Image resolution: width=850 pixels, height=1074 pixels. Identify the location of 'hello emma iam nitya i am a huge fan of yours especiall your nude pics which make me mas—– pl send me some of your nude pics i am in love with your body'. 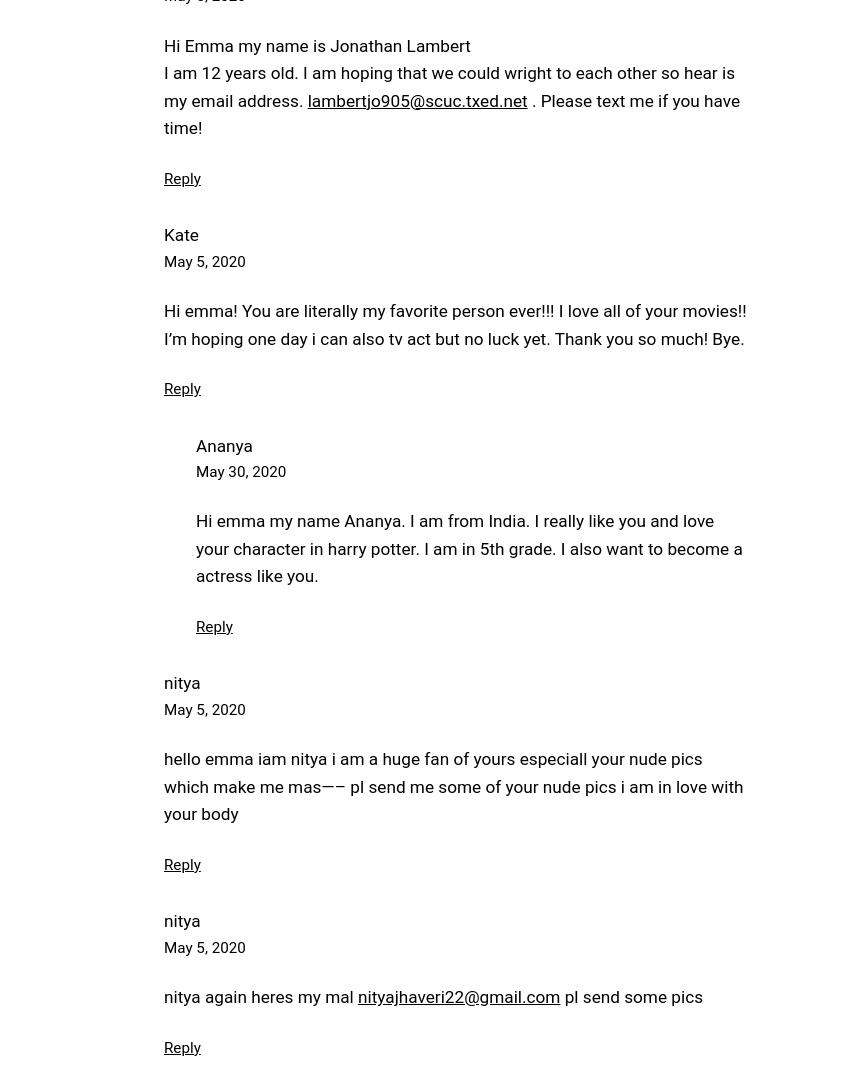
(163, 785).